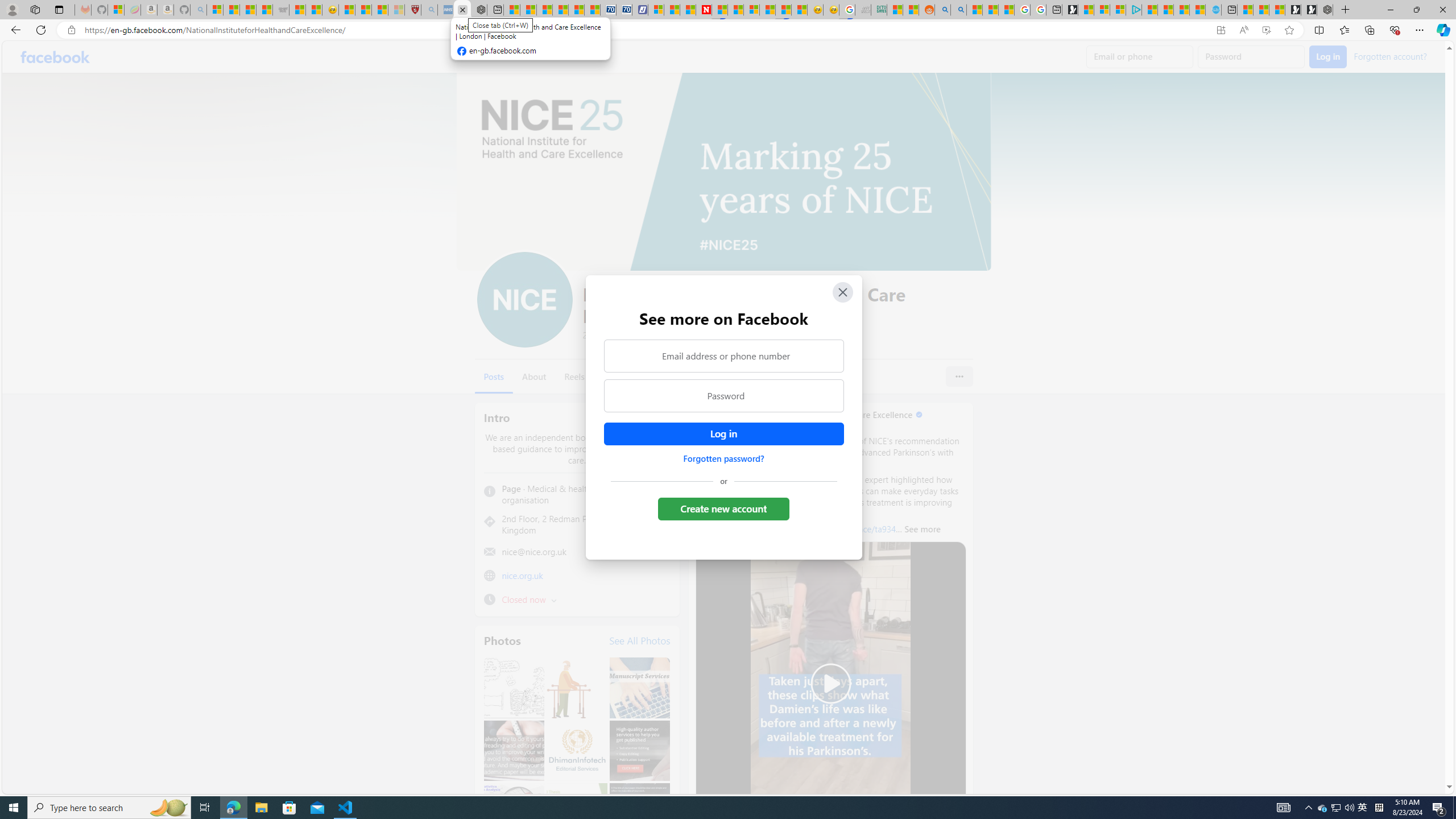 The image size is (1456, 819). What do you see at coordinates (55, 56) in the screenshot?
I see `'Facebook'` at bounding box center [55, 56].